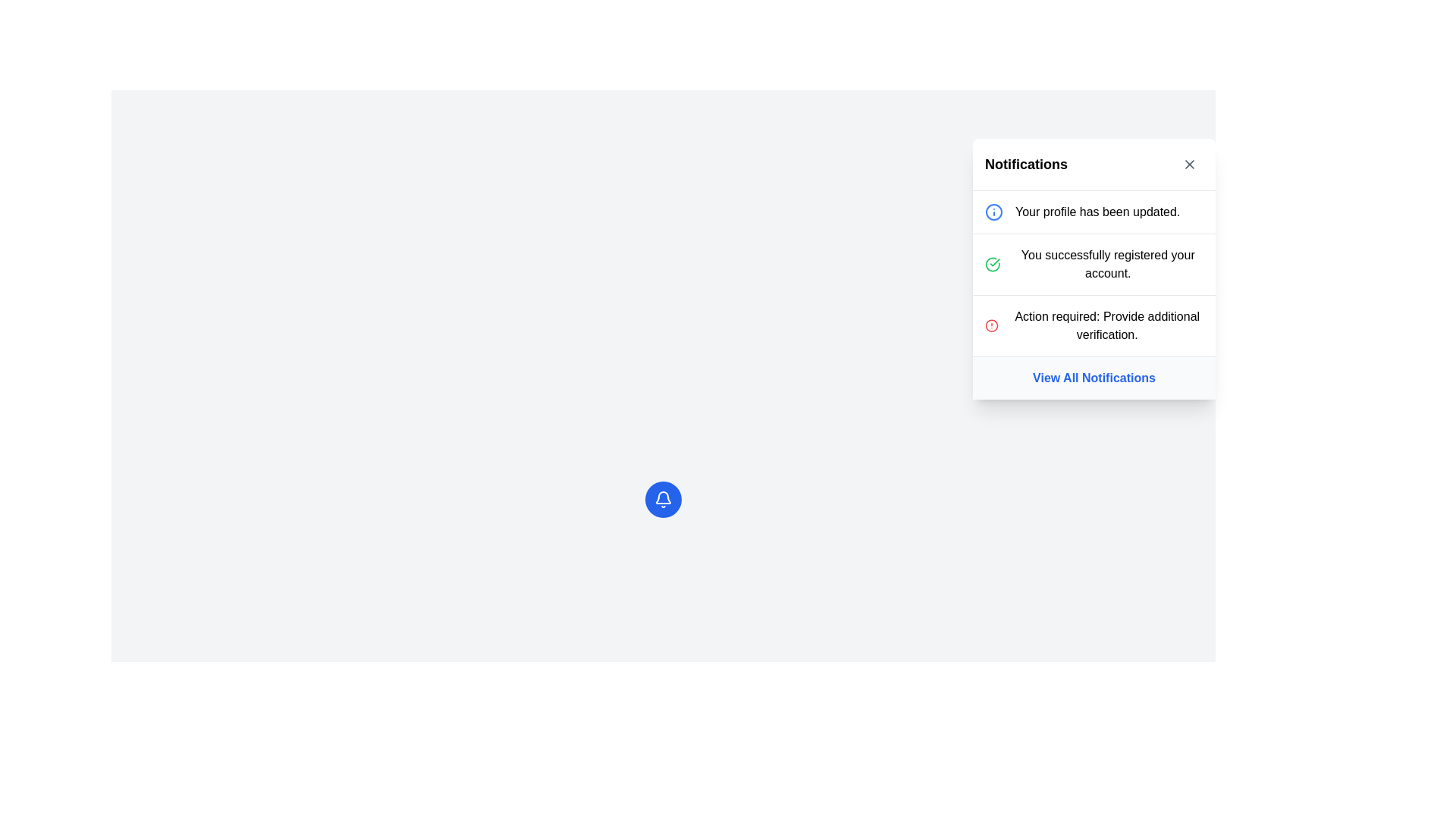 This screenshot has width=1456, height=819. I want to click on the Text label that conveys a notification about an action required by the user, located within the third notification item in the 'Notifications' dropdown panel, beneath 'You successfully registered your account.' and above 'View All Notifications.', so click(1107, 325).